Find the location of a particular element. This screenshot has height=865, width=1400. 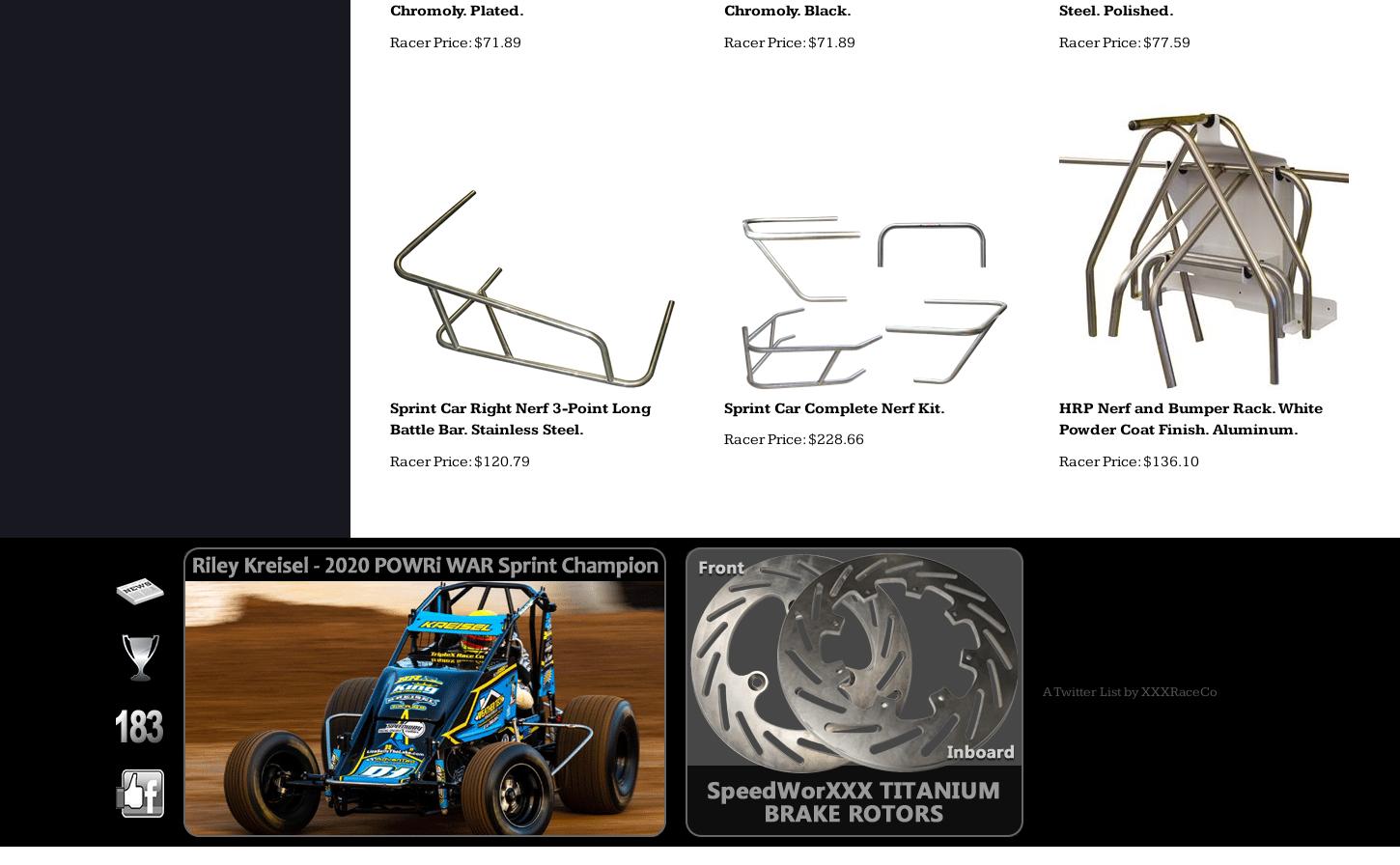

'$77.59' is located at coordinates (1138, 42).